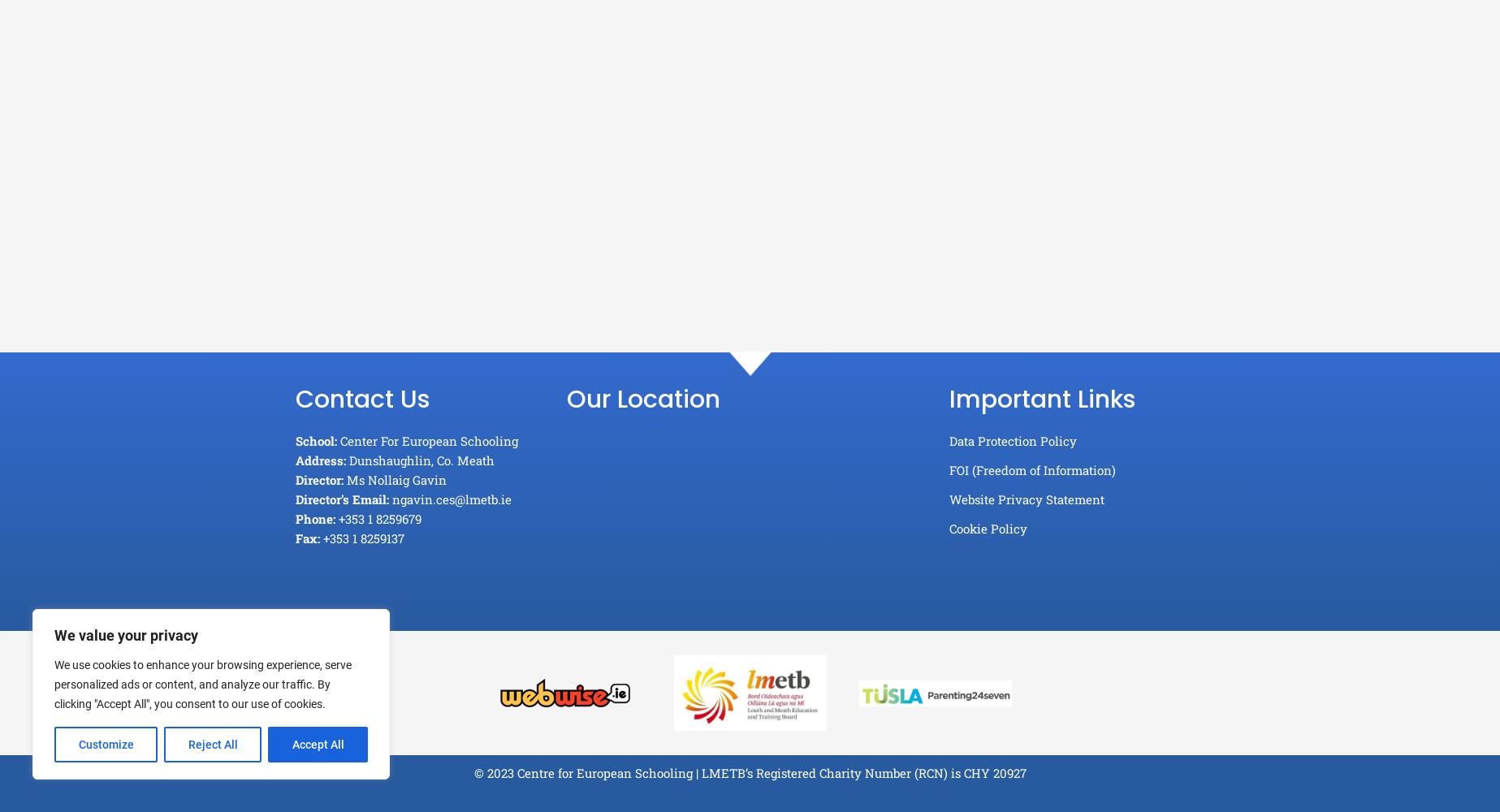  What do you see at coordinates (419, 460) in the screenshot?
I see `'Dunshaughlin, Co. Meath'` at bounding box center [419, 460].